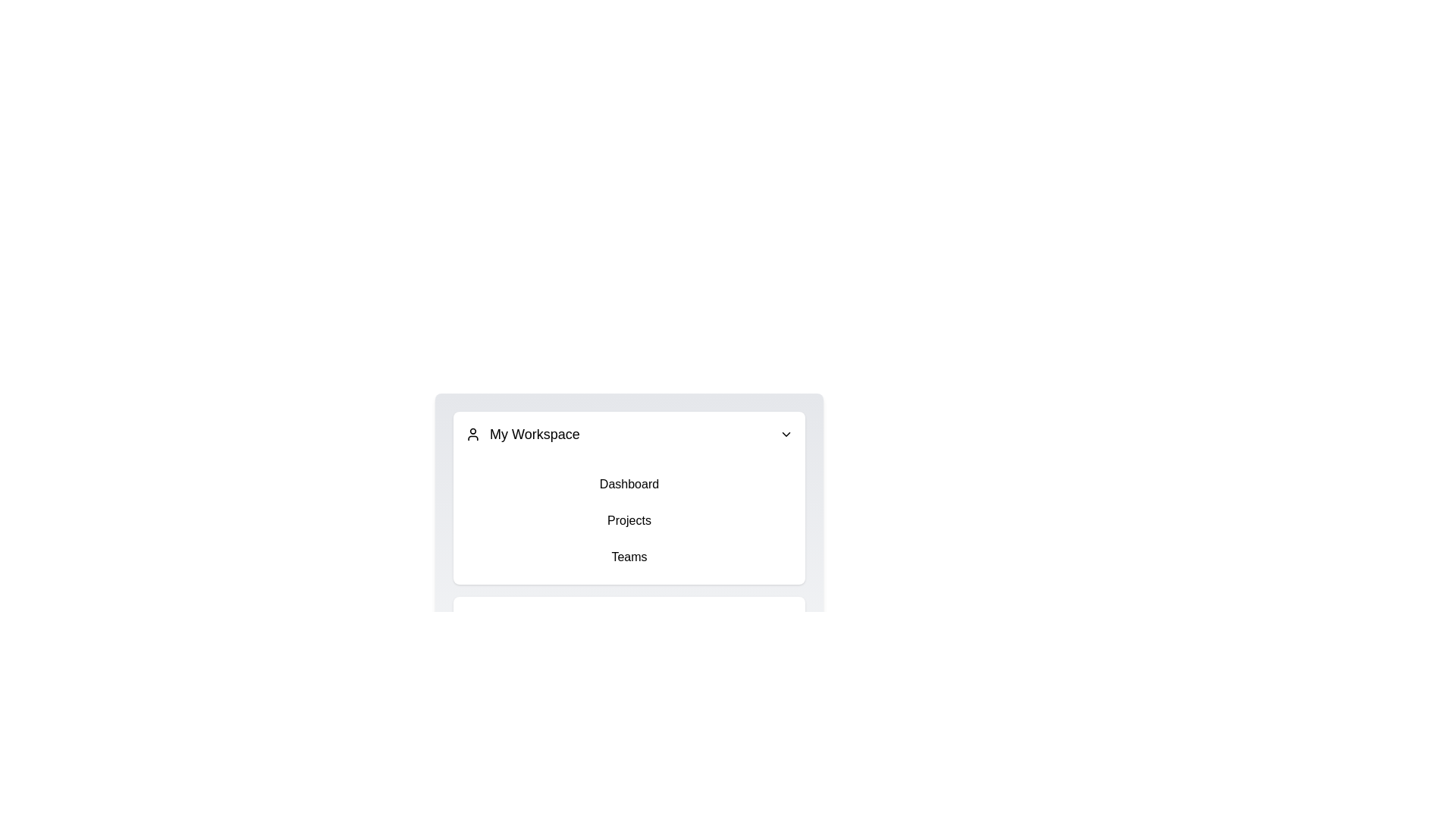 The width and height of the screenshot is (1456, 819). I want to click on the menu item Projects in the ContextualMenu, so click(629, 519).